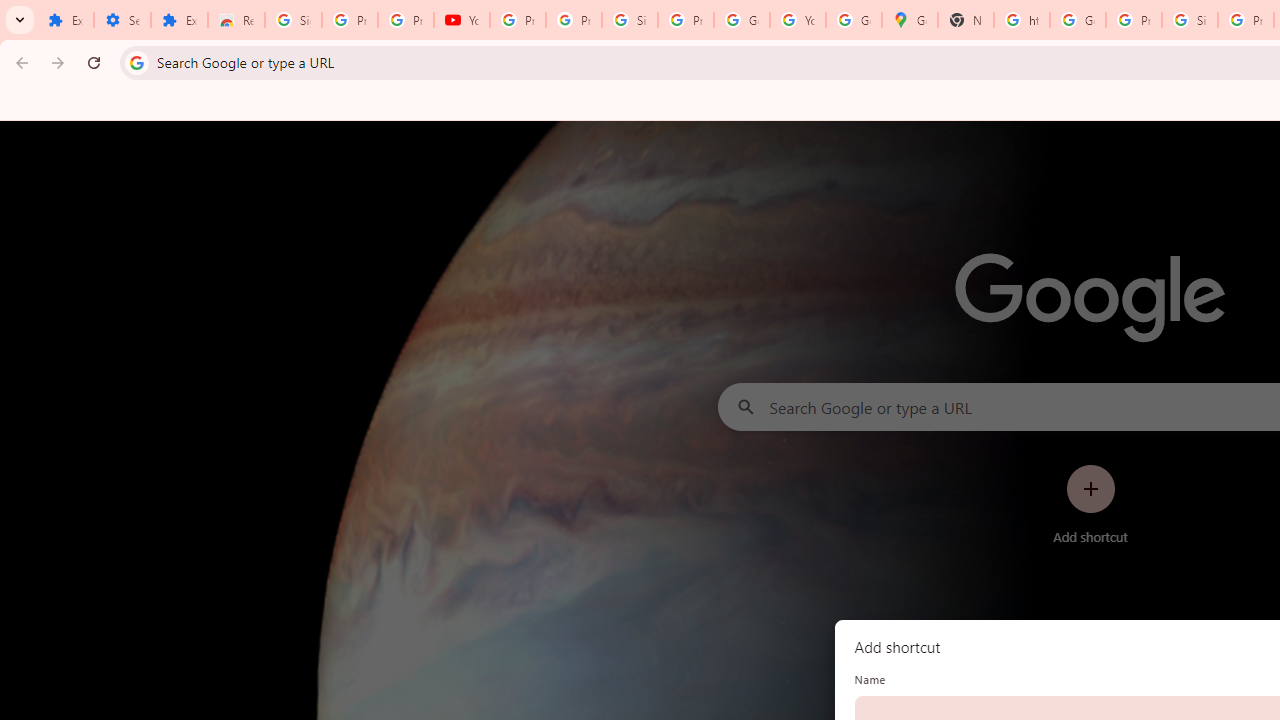 Image resolution: width=1280 pixels, height=720 pixels. I want to click on 'Google Maps', so click(909, 20).